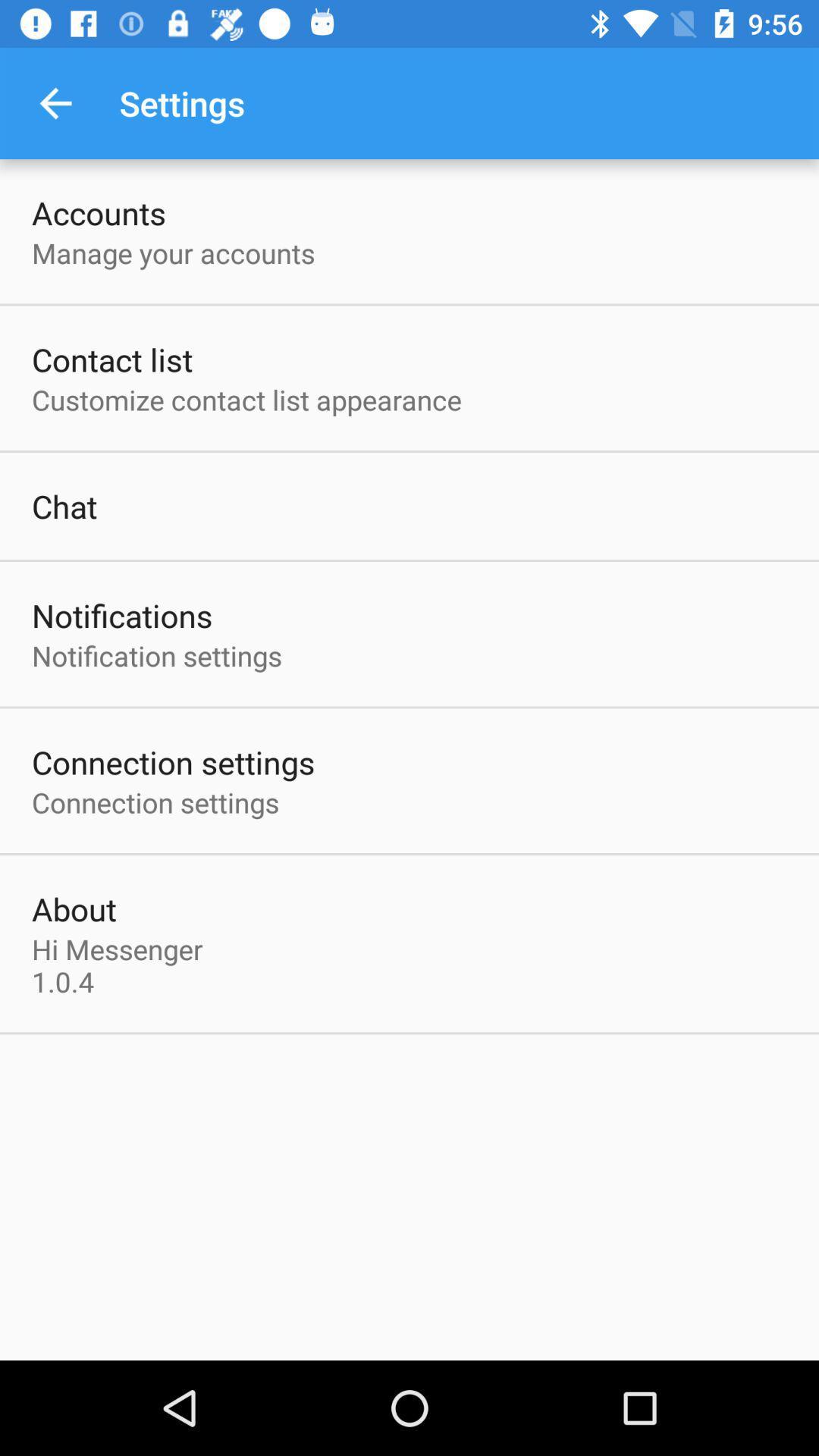  Describe the element at coordinates (64, 506) in the screenshot. I see `the item below the customize contact list icon` at that location.